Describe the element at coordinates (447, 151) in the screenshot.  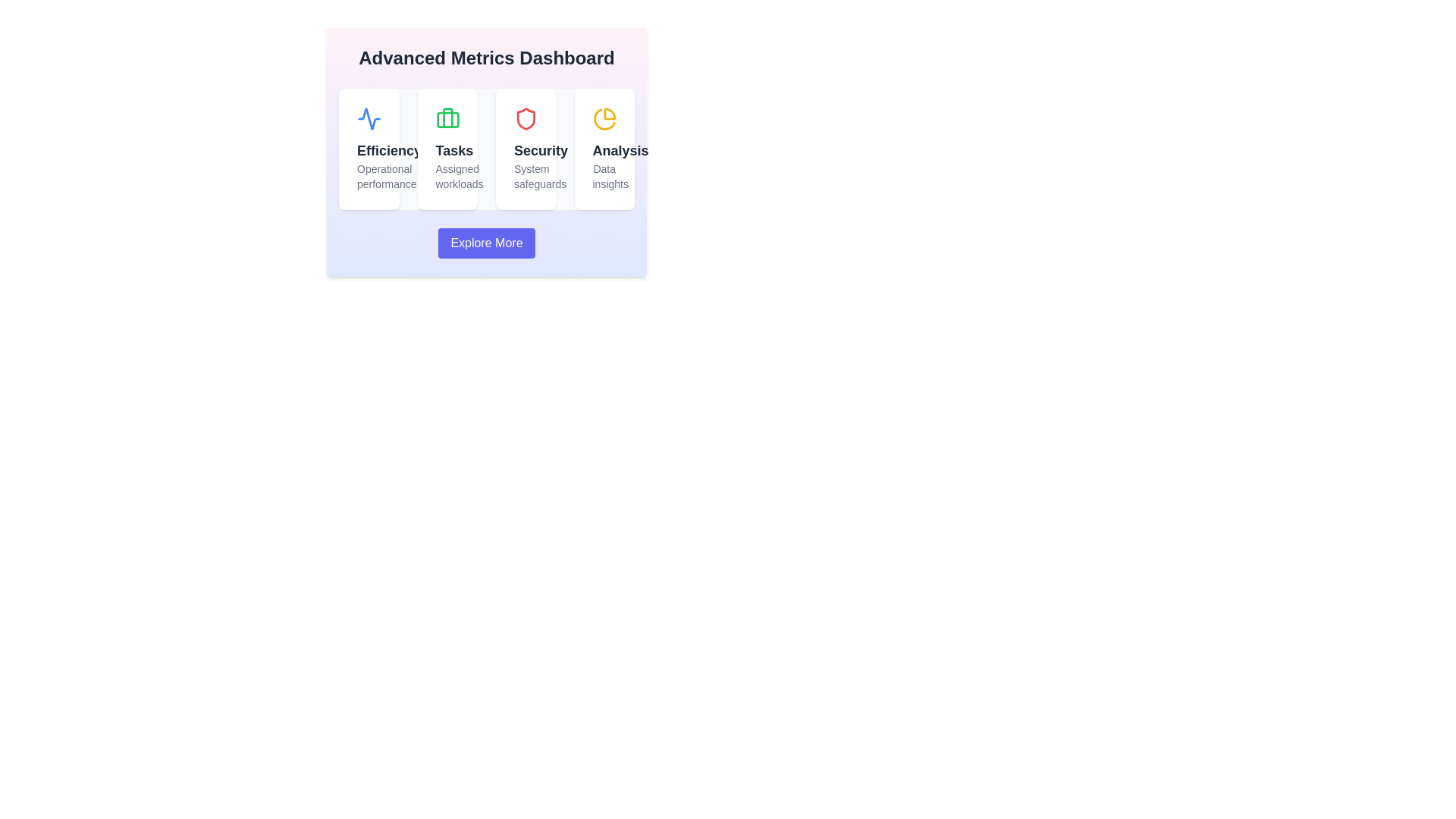
I see `the non-interactive title text element that summarizes task-related information within the 'Tasks Assigned workloads' card` at that location.